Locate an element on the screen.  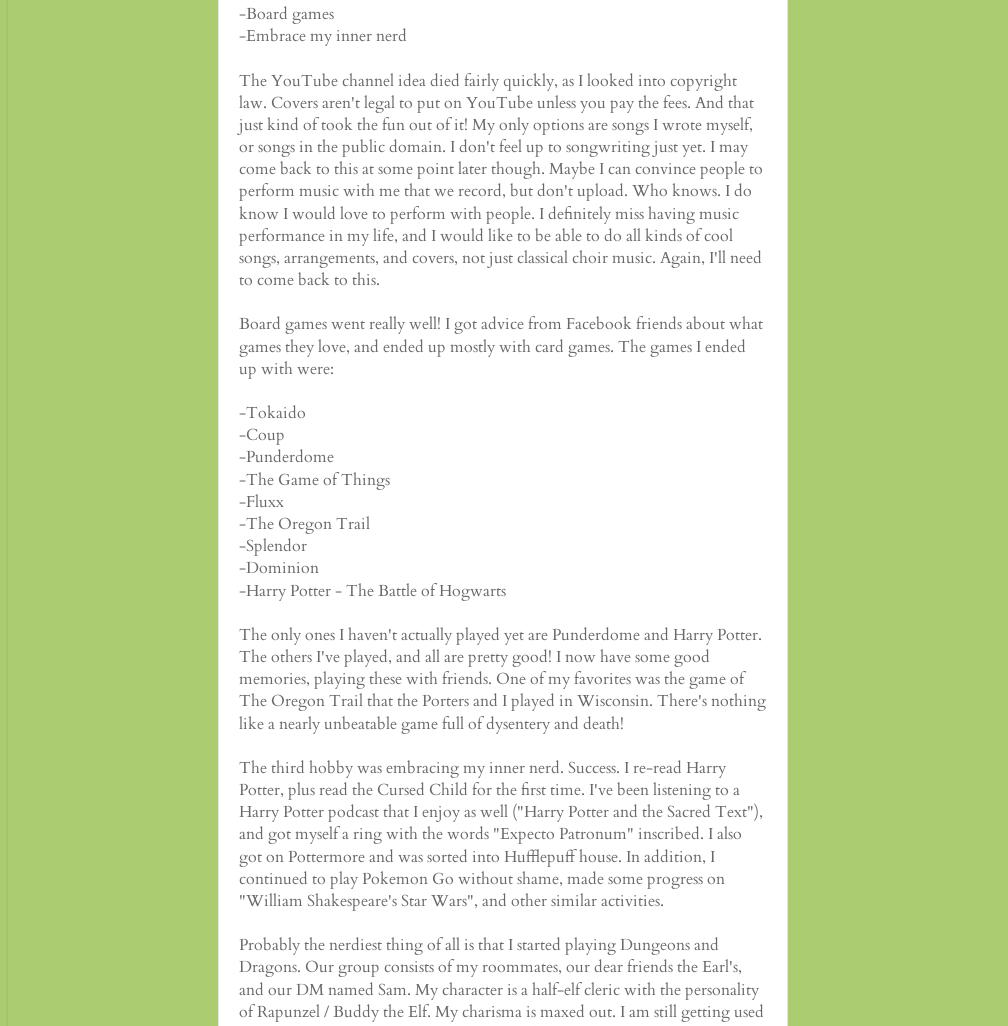
'The YouTube channel idea died fairly quickly, as I looked into copyright law. Covers aren't legal to put on YouTube unless you pay the fees. And that just kind of took the fun out of it! My only options are songs I wrote myself, or songs in the public domain. I don't feel up to songwriting just yet. I may come back to this at some point later though. Maybe I can convince people to perform music with me that we record, but don't upload. Who knows. I do know I would love to perform with people. I definitely miss having music performance in my life, and I would like to be able to do all kinds of cool songs, arrangements, and covers, not just classical choir music. Again, I'll need to come back to this.' is located at coordinates (238, 178).